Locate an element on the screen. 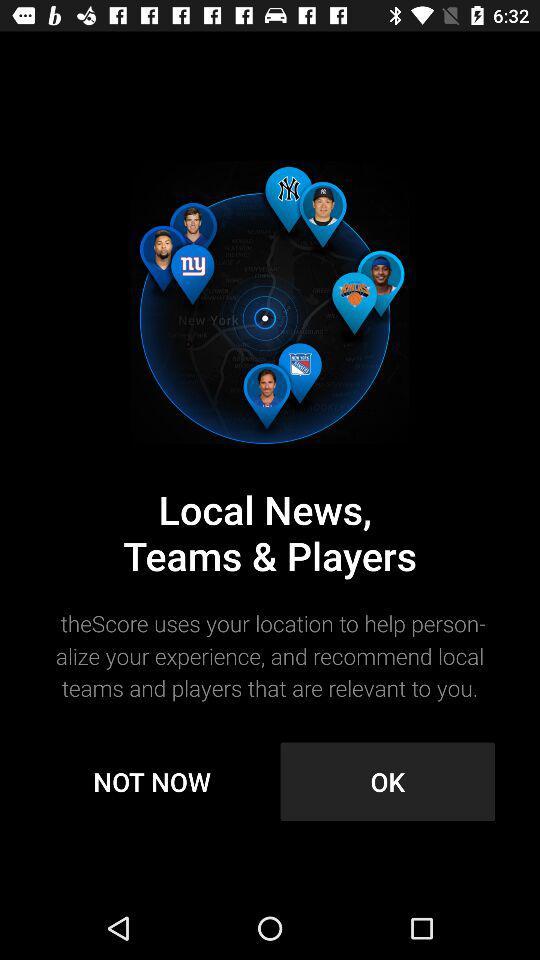 This screenshot has height=960, width=540. the not now at the bottom left corner is located at coordinates (151, 781).